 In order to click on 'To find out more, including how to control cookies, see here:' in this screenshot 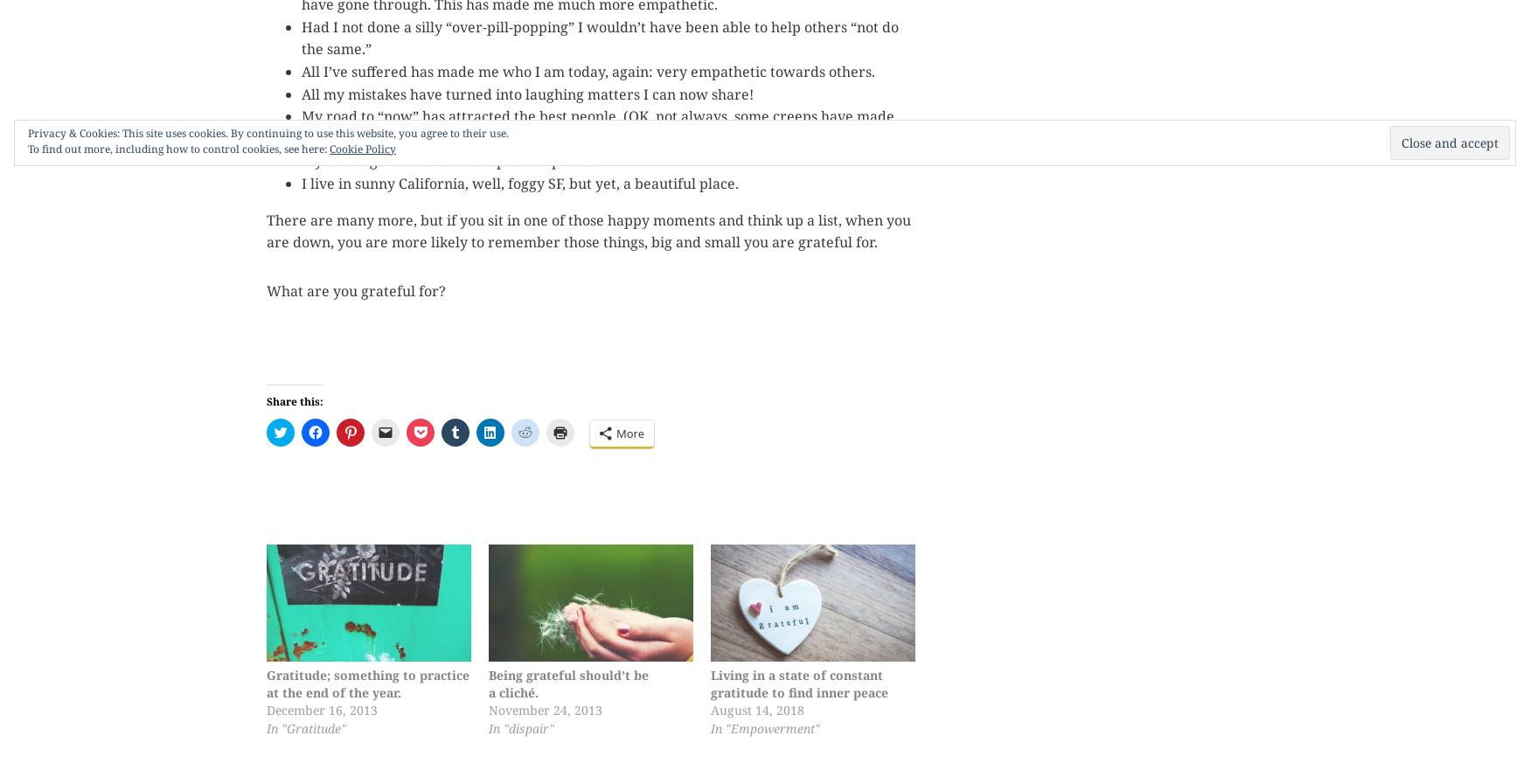, I will do `click(178, 148)`.